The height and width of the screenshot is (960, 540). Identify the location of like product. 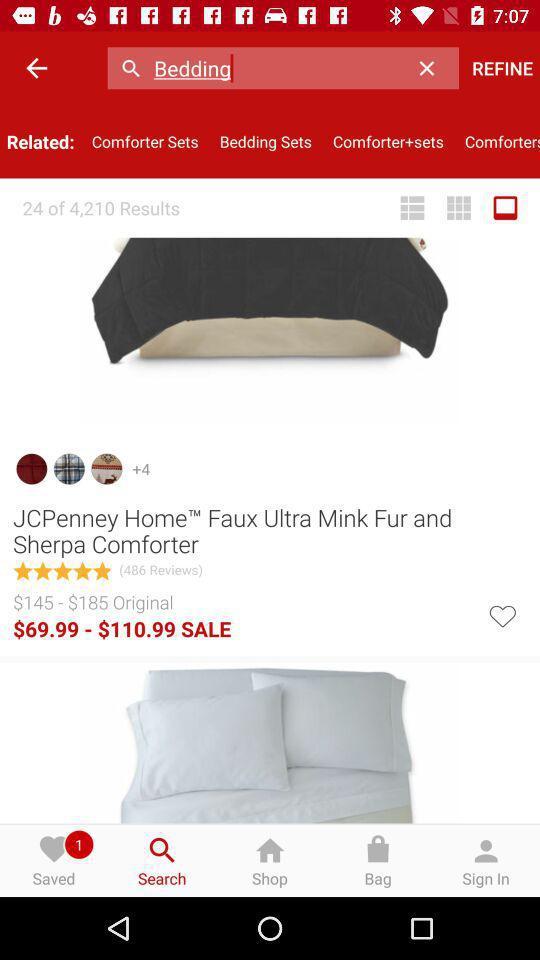
(501, 613).